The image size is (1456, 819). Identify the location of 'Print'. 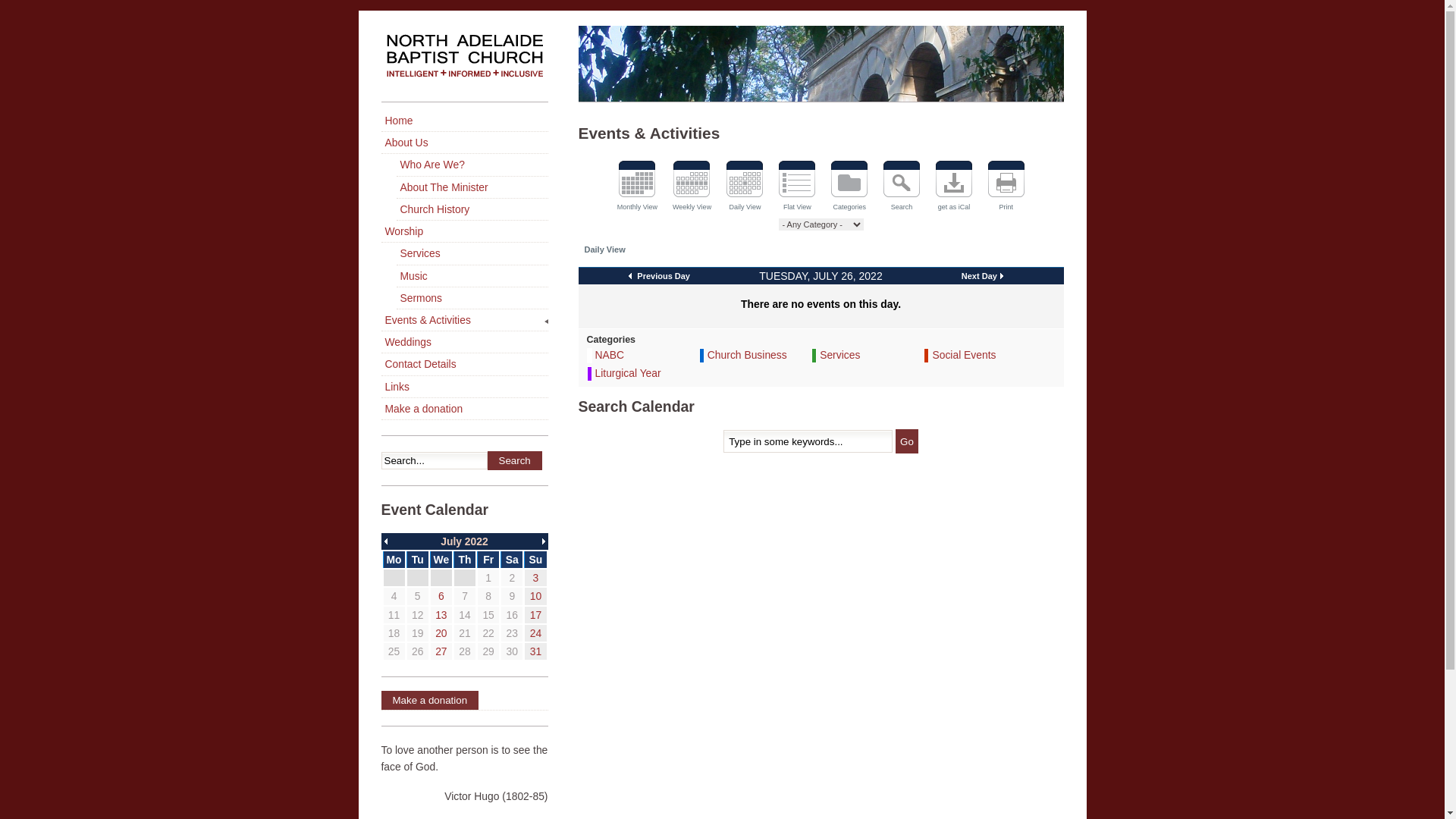
(987, 187).